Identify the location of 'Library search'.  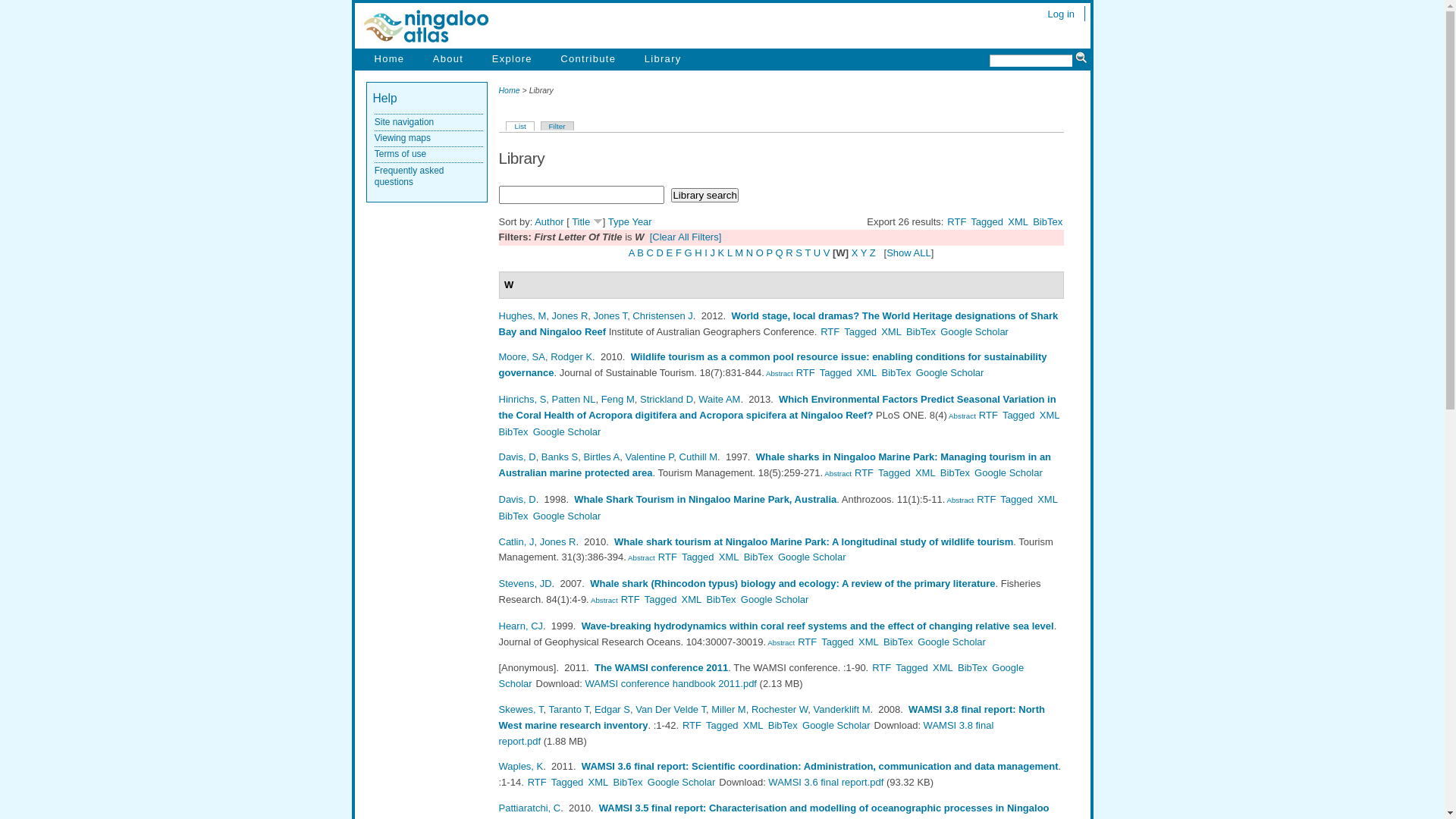
(704, 194).